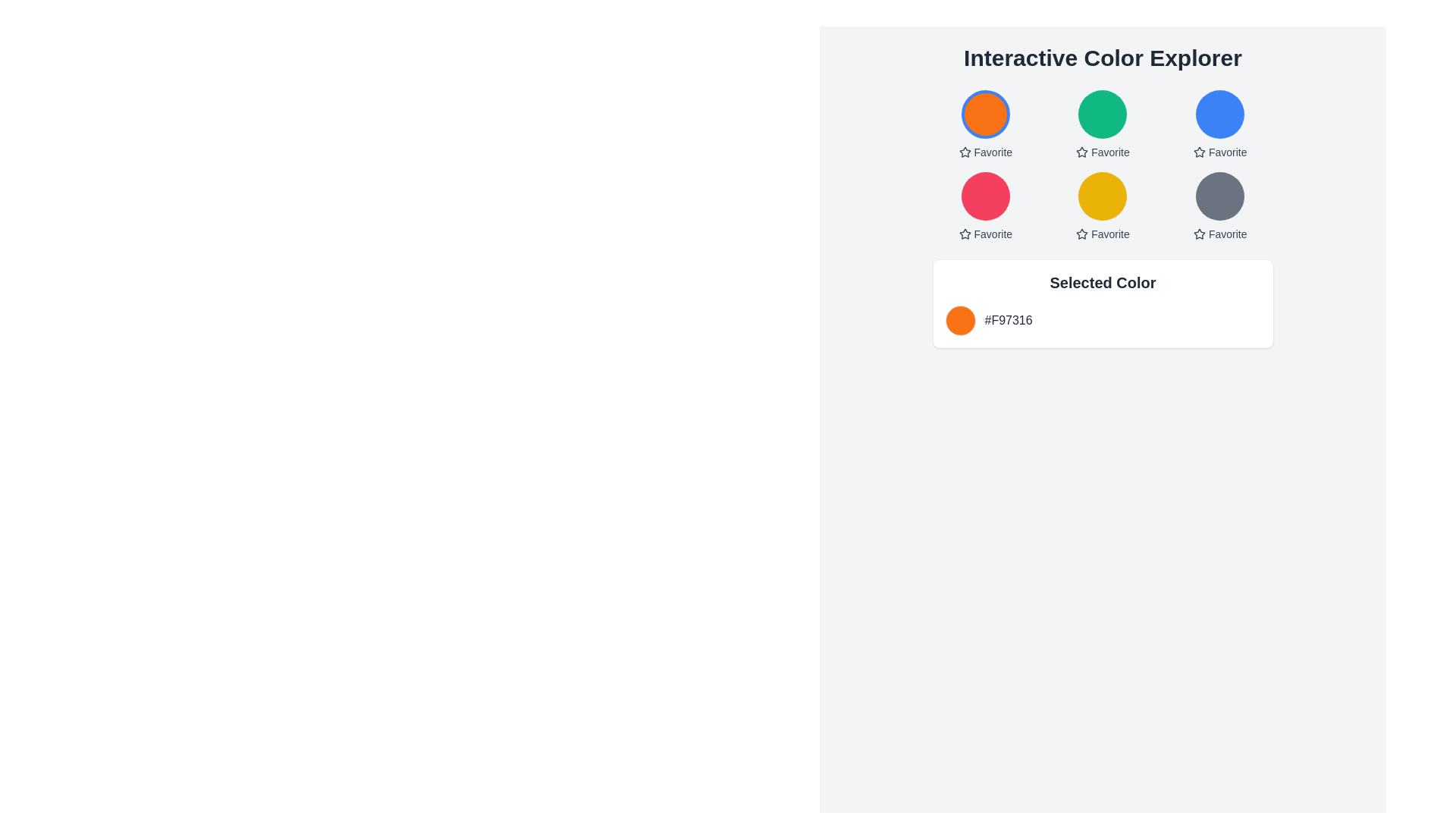 This screenshot has height=819, width=1456. What do you see at coordinates (959, 320) in the screenshot?
I see `the Color indicator located in the 'Selected Color' section, which visually represents the currently selected color next to a textual color code` at bounding box center [959, 320].